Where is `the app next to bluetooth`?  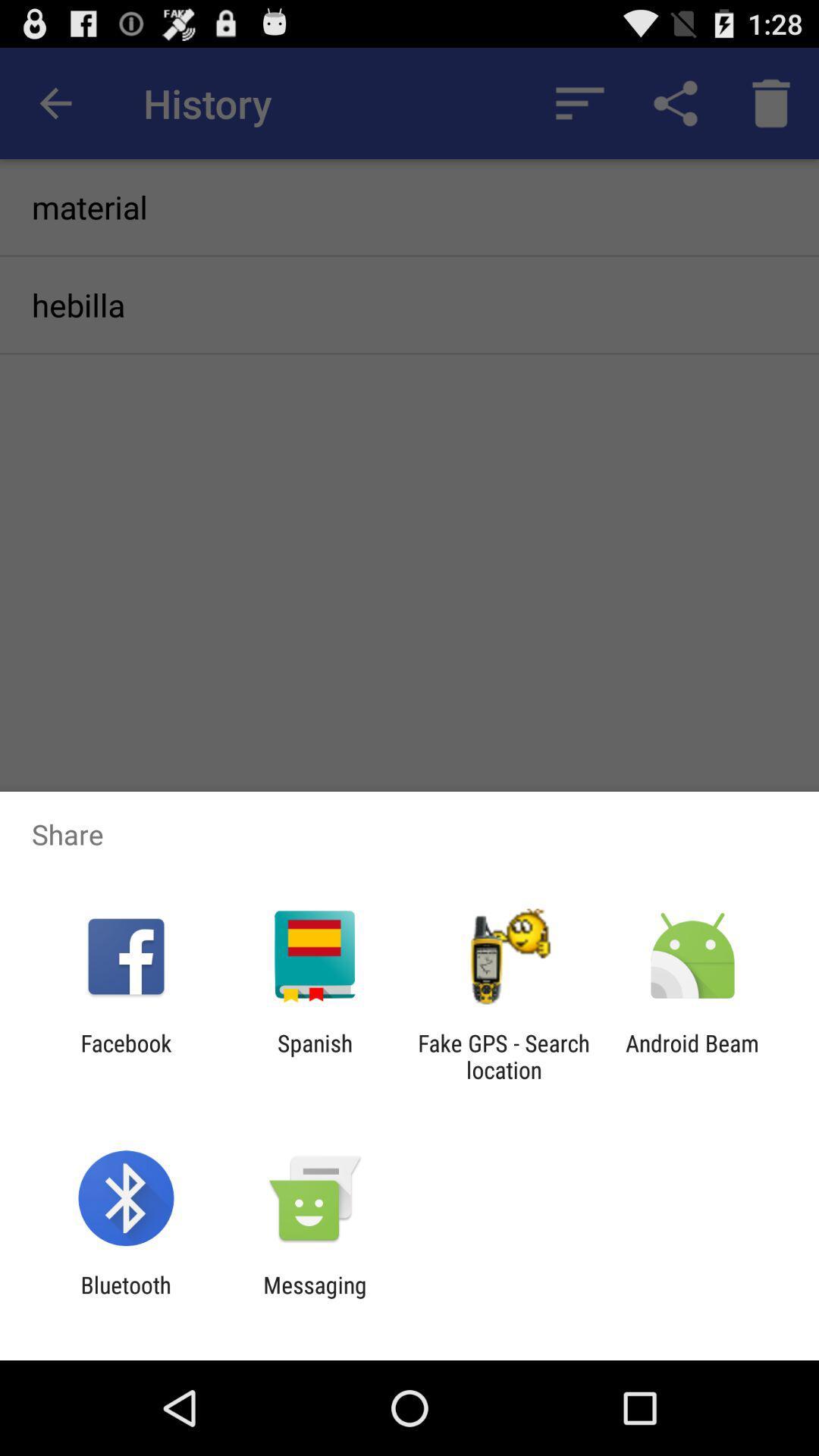
the app next to bluetooth is located at coordinates (314, 1298).